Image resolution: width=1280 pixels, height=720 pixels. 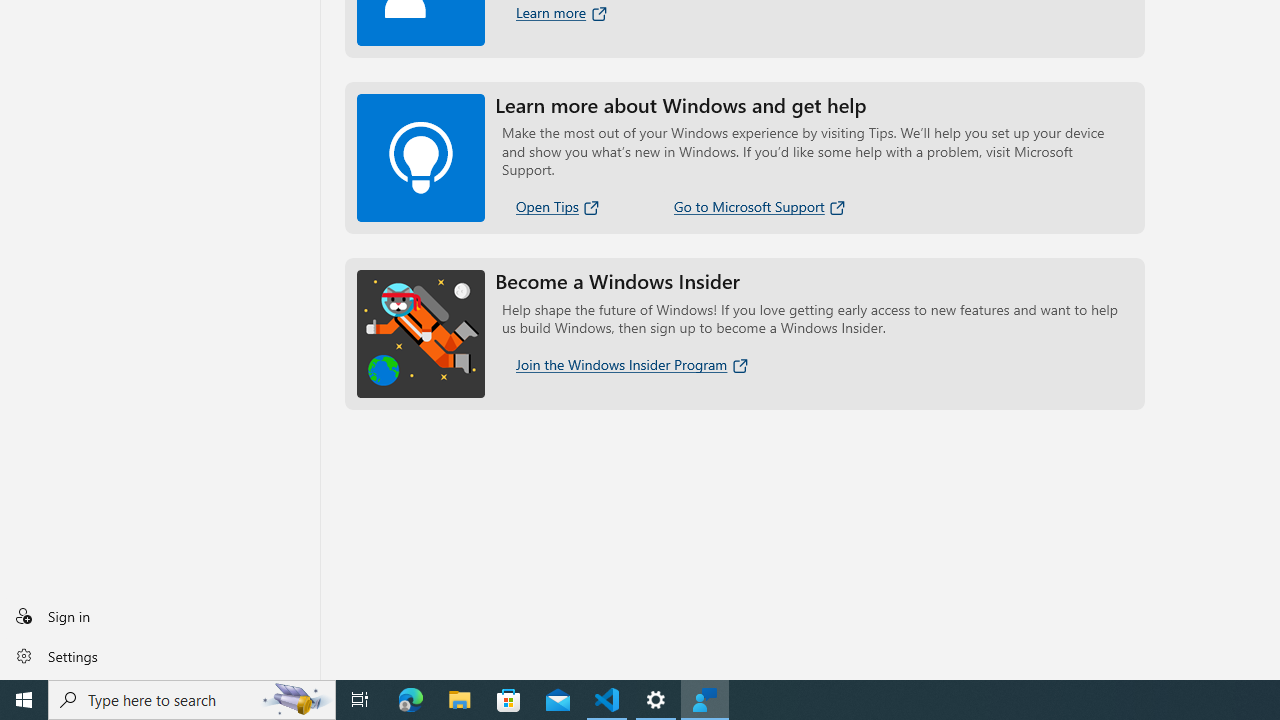 I want to click on 'Microsoft Edge', so click(x=410, y=698).